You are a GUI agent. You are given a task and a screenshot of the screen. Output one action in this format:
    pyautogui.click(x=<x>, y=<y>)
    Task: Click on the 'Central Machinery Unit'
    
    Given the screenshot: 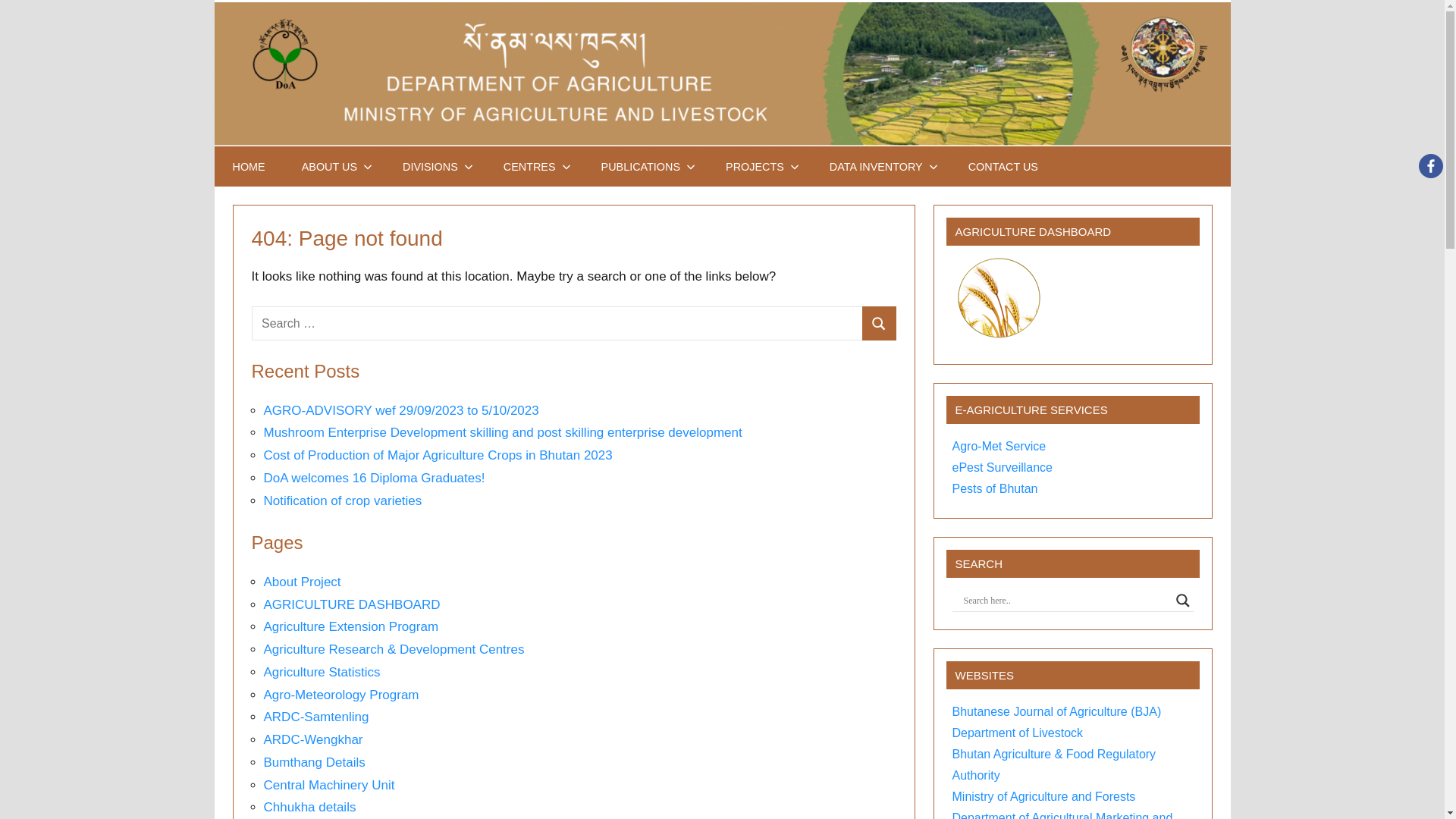 What is the action you would take?
    pyautogui.click(x=263, y=785)
    